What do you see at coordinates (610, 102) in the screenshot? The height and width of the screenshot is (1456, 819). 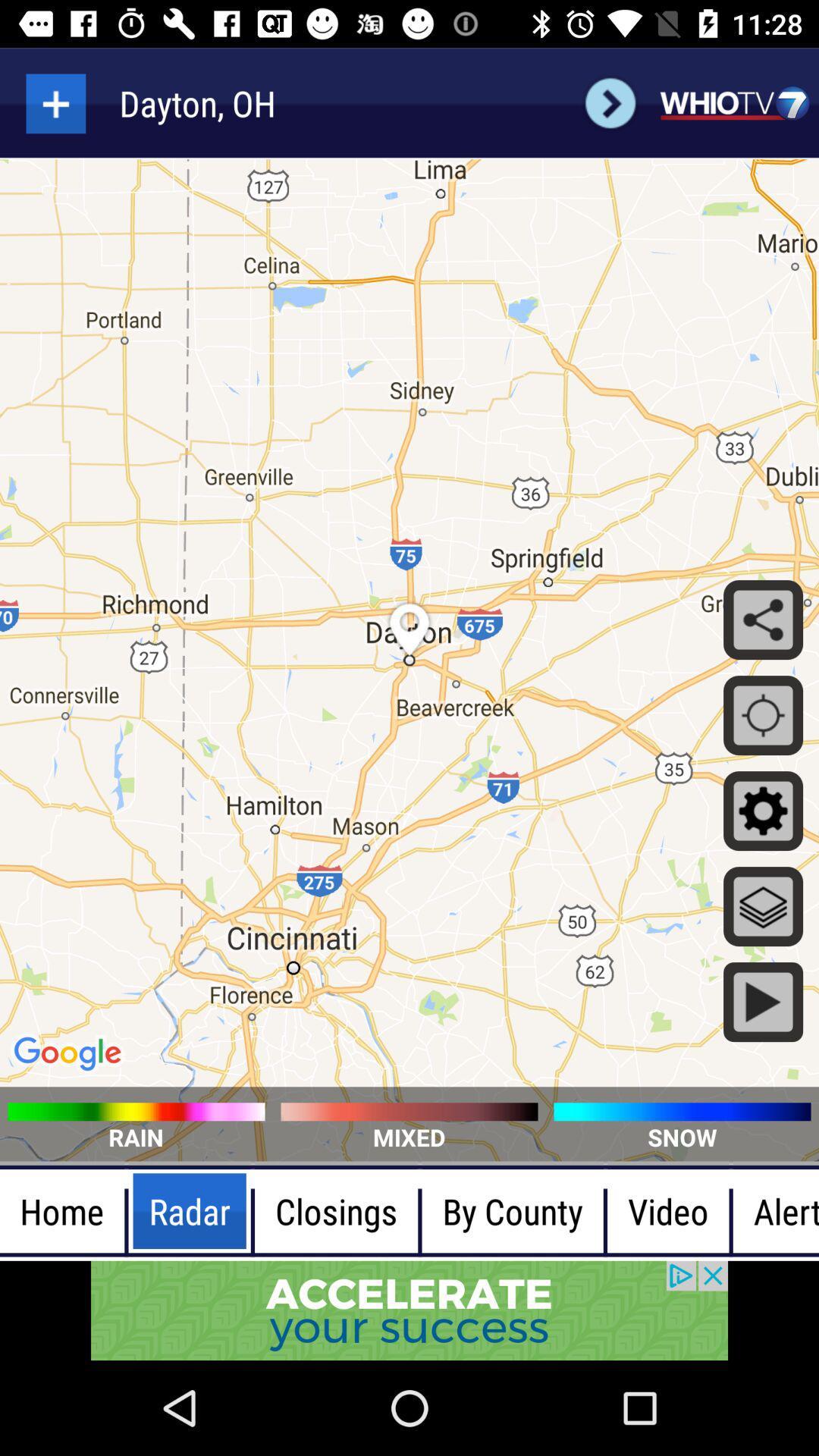 I see `the arrow_forward icon` at bounding box center [610, 102].